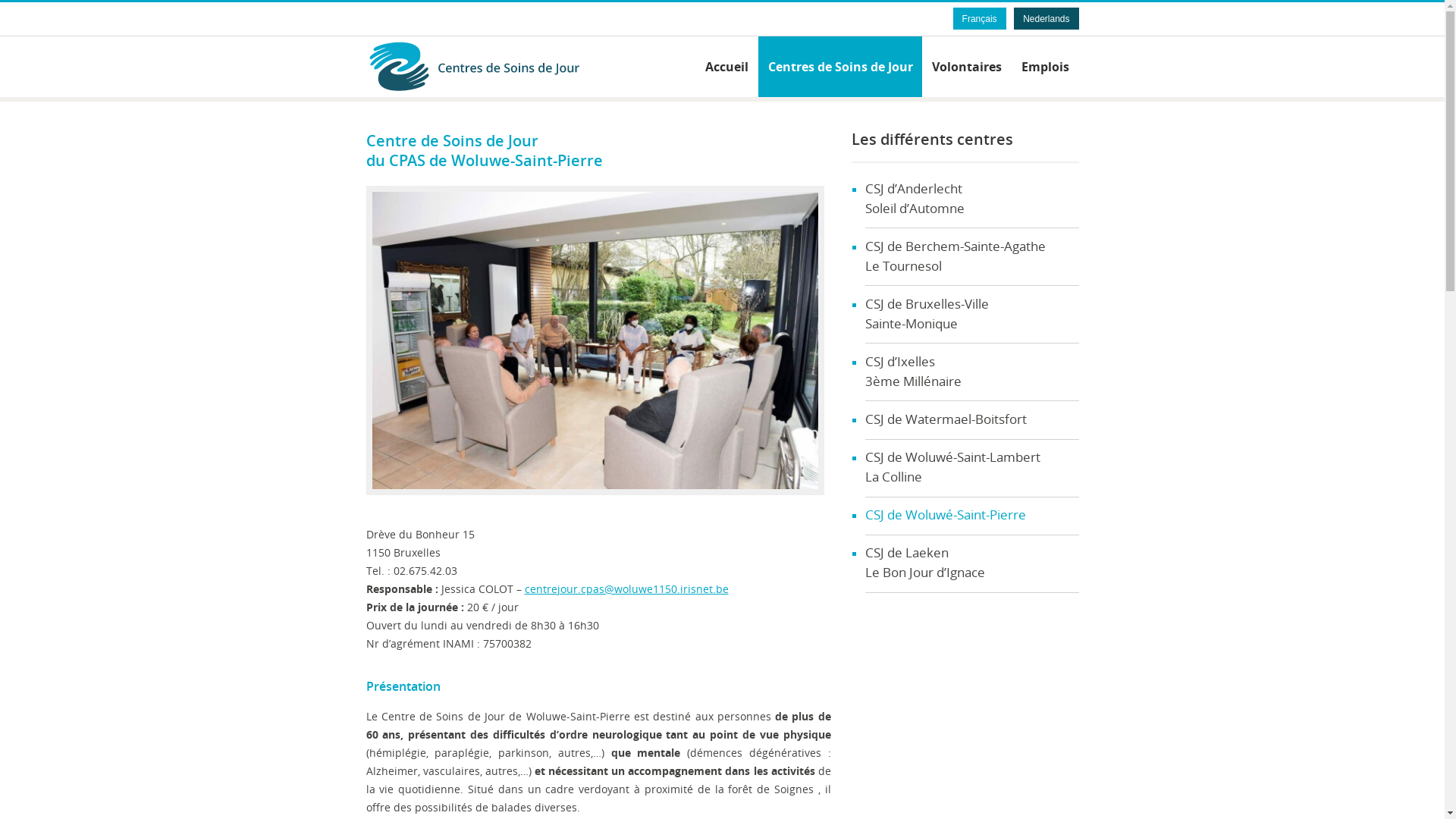 This screenshot has width=1456, height=819. What do you see at coordinates (966, 66) in the screenshot?
I see `'Volontaires'` at bounding box center [966, 66].